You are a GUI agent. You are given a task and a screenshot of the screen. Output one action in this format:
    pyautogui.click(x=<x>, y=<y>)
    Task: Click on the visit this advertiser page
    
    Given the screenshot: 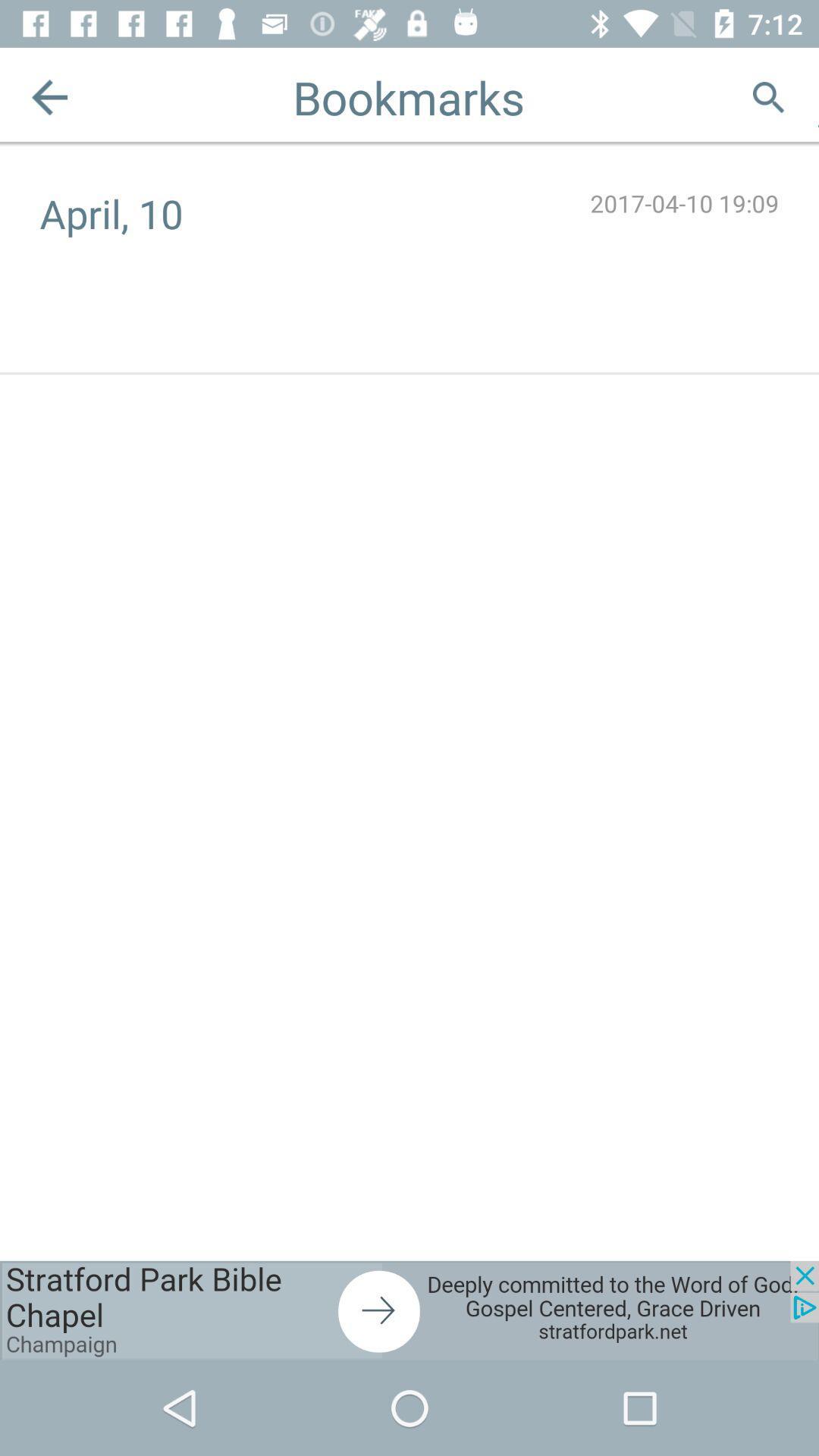 What is the action you would take?
    pyautogui.click(x=409, y=1310)
    